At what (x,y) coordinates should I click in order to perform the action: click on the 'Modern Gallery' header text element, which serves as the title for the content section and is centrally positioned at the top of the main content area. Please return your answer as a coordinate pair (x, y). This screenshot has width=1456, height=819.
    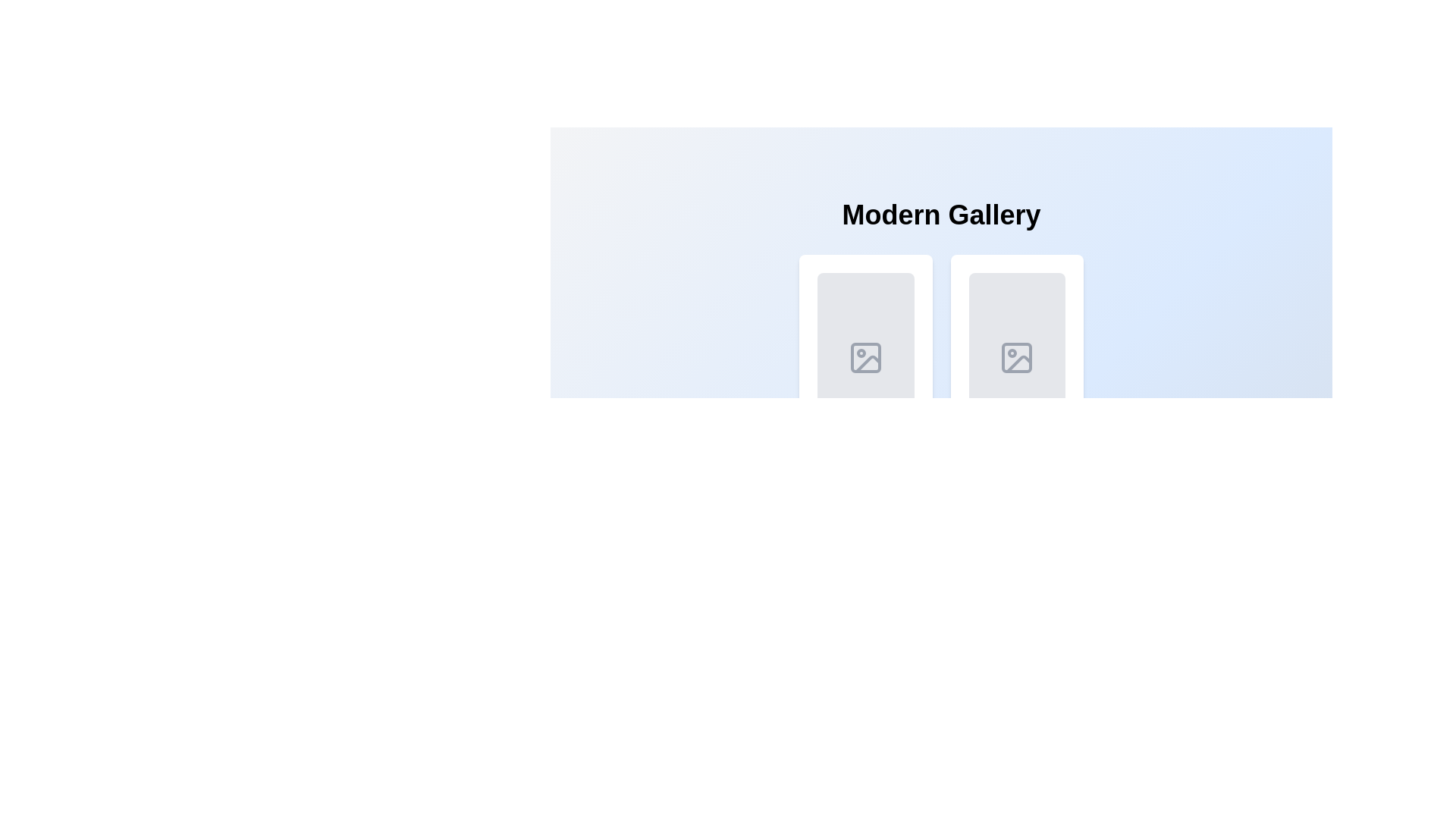
    Looking at the image, I should click on (940, 215).